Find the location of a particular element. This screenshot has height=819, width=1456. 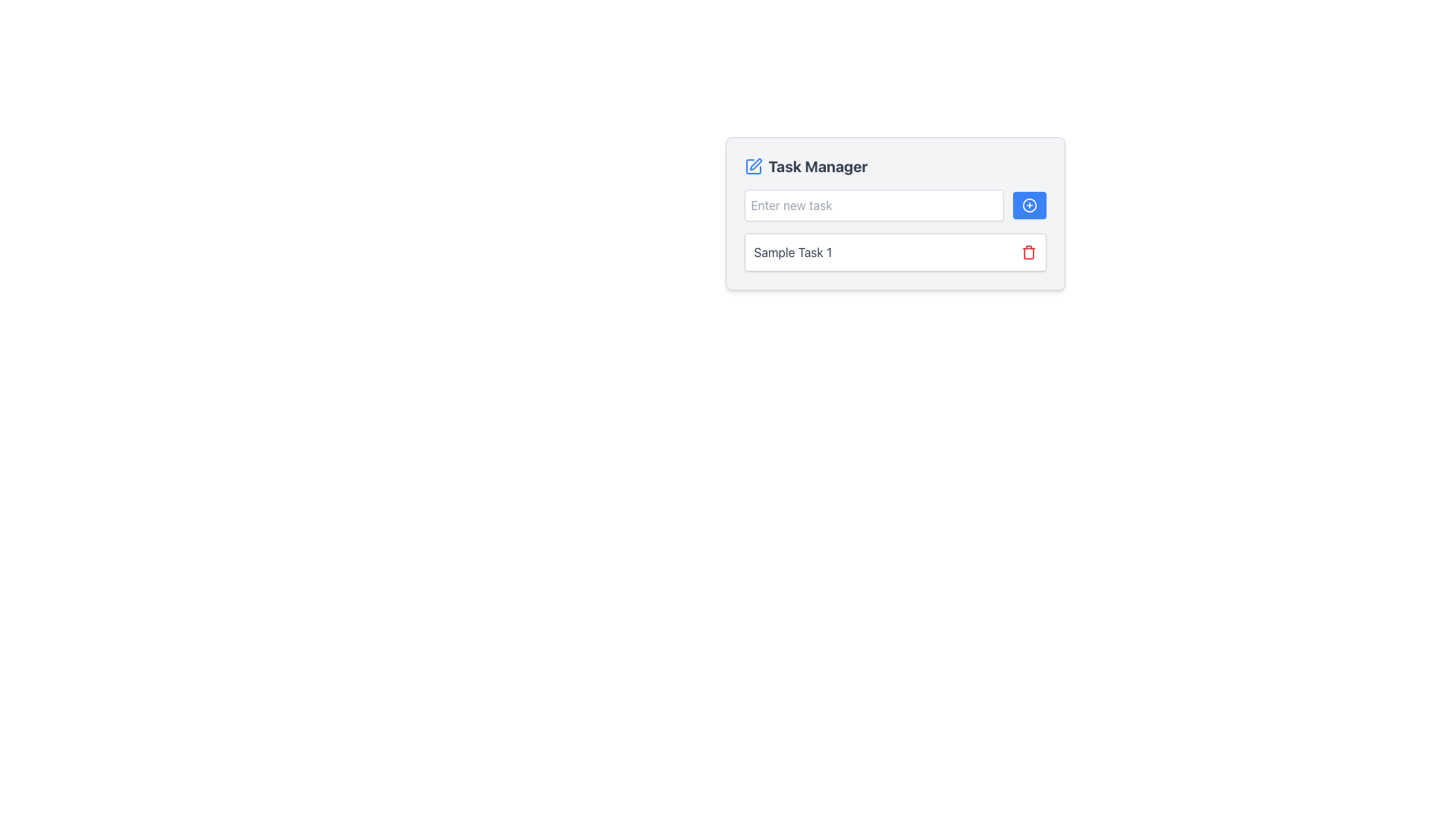

the blue circular button with a white plus sign icon is located at coordinates (1029, 205).